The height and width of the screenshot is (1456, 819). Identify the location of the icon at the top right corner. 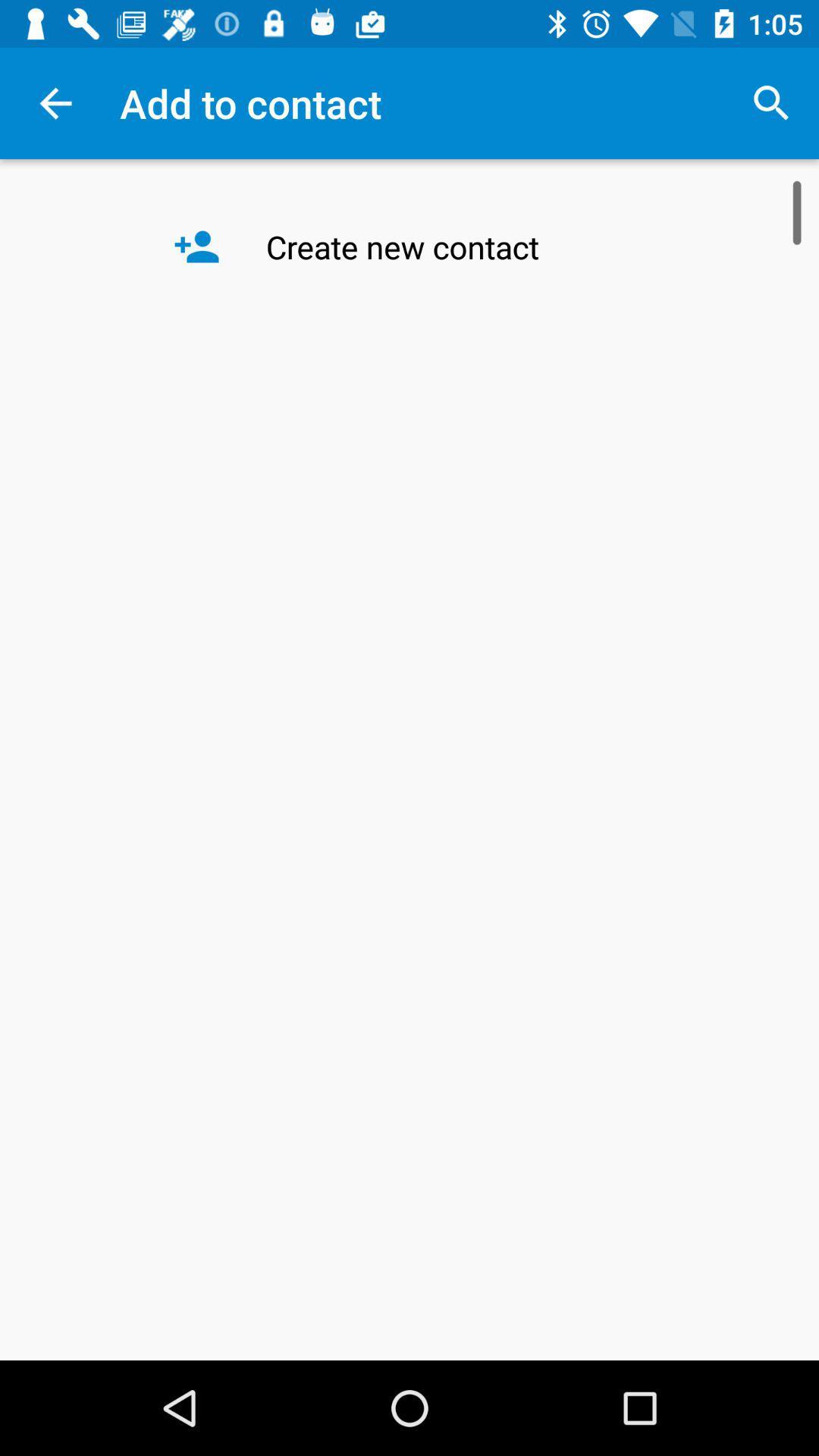
(771, 102).